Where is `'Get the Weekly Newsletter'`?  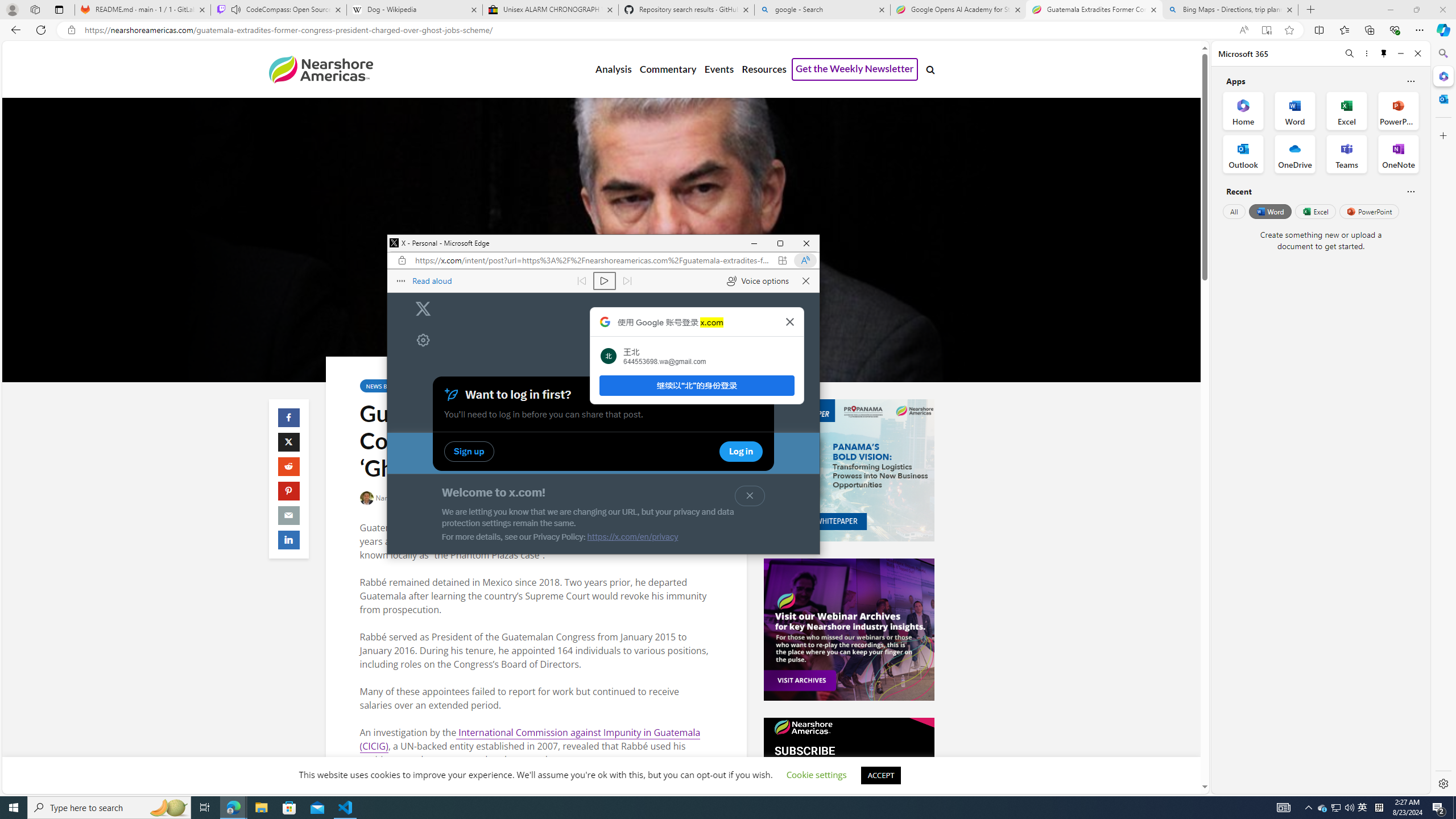 'Get the Weekly Newsletter' is located at coordinates (854, 69).